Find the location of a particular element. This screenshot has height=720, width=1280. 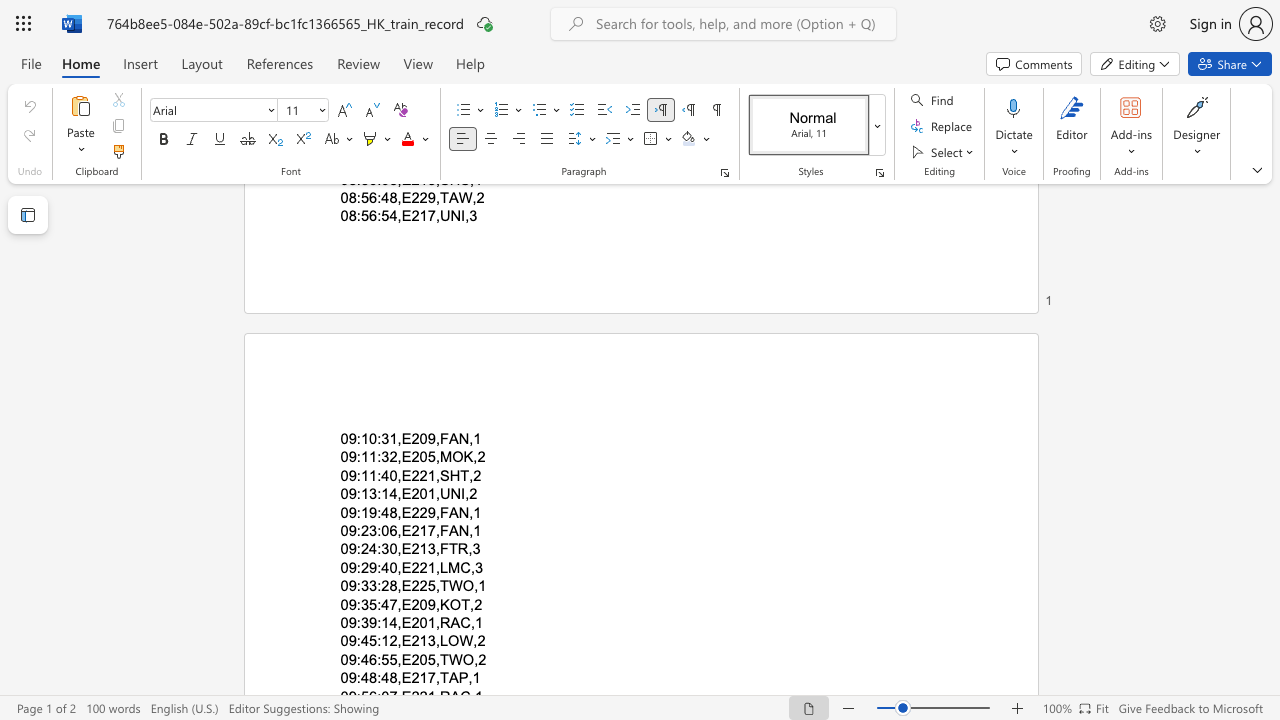

the subset text ",U" within the text "09:13:14,E201,UNI,2" is located at coordinates (434, 494).